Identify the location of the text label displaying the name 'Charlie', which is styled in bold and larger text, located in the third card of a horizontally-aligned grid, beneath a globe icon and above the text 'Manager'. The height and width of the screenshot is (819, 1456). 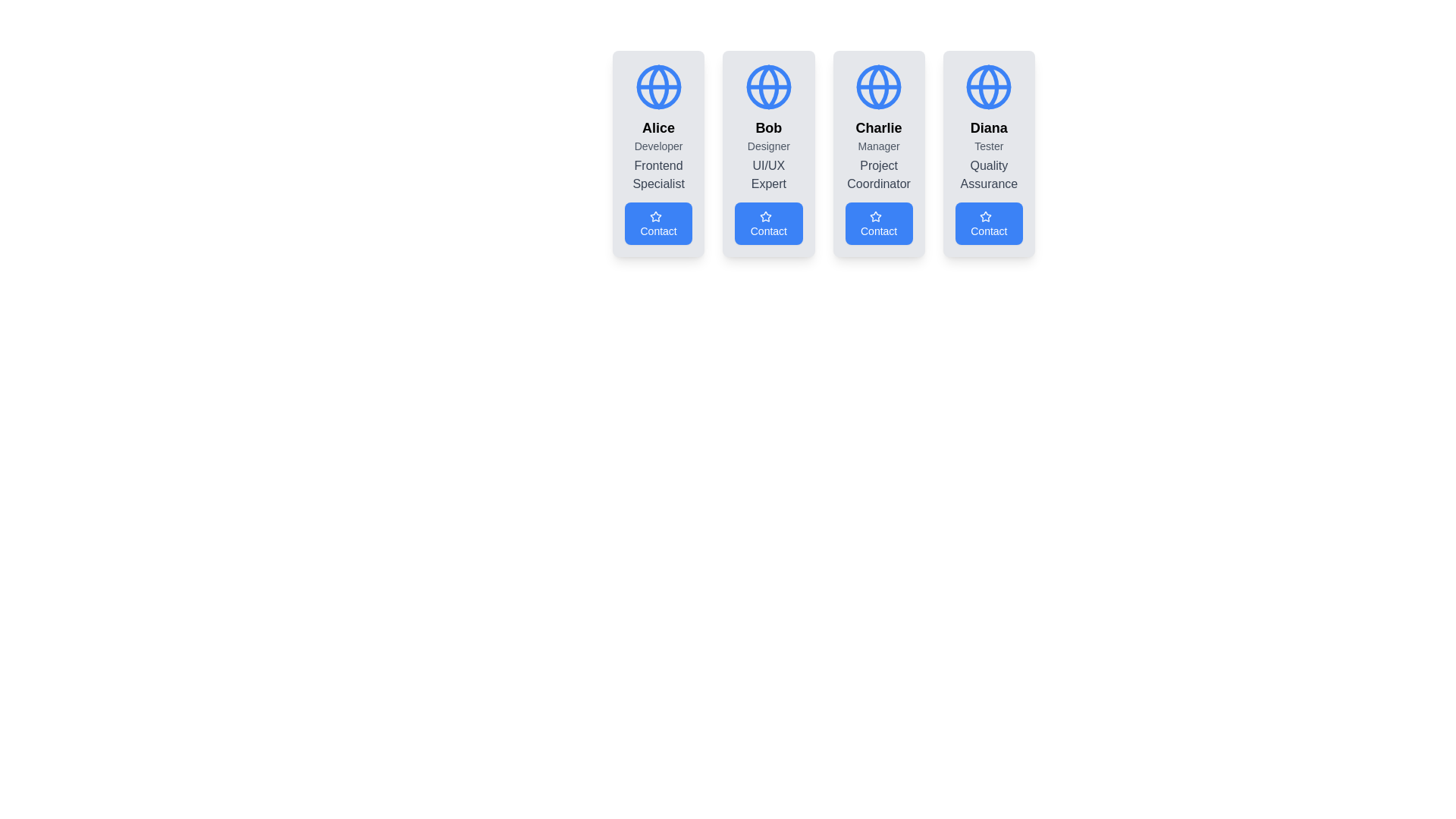
(879, 127).